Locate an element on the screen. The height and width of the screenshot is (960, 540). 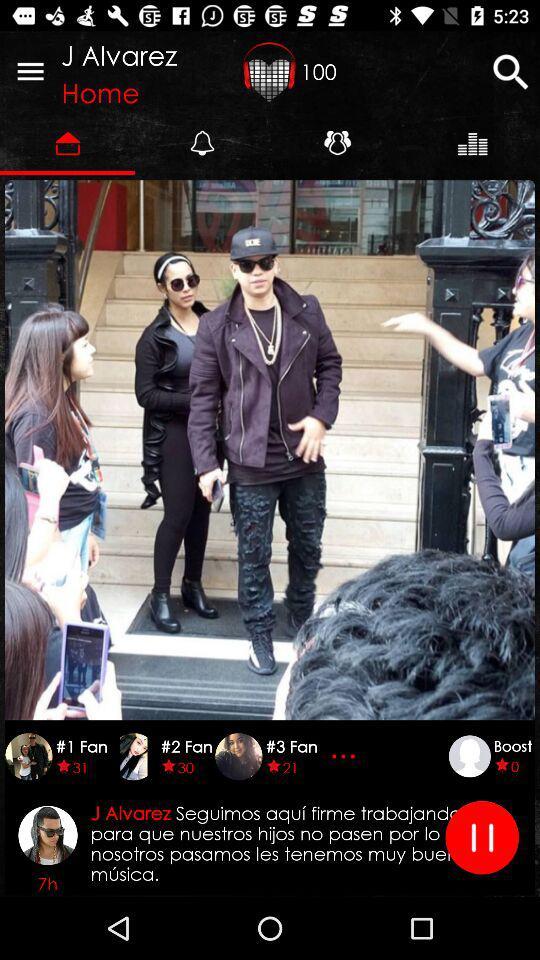
item next to #3 fan icon is located at coordinates (345, 755).